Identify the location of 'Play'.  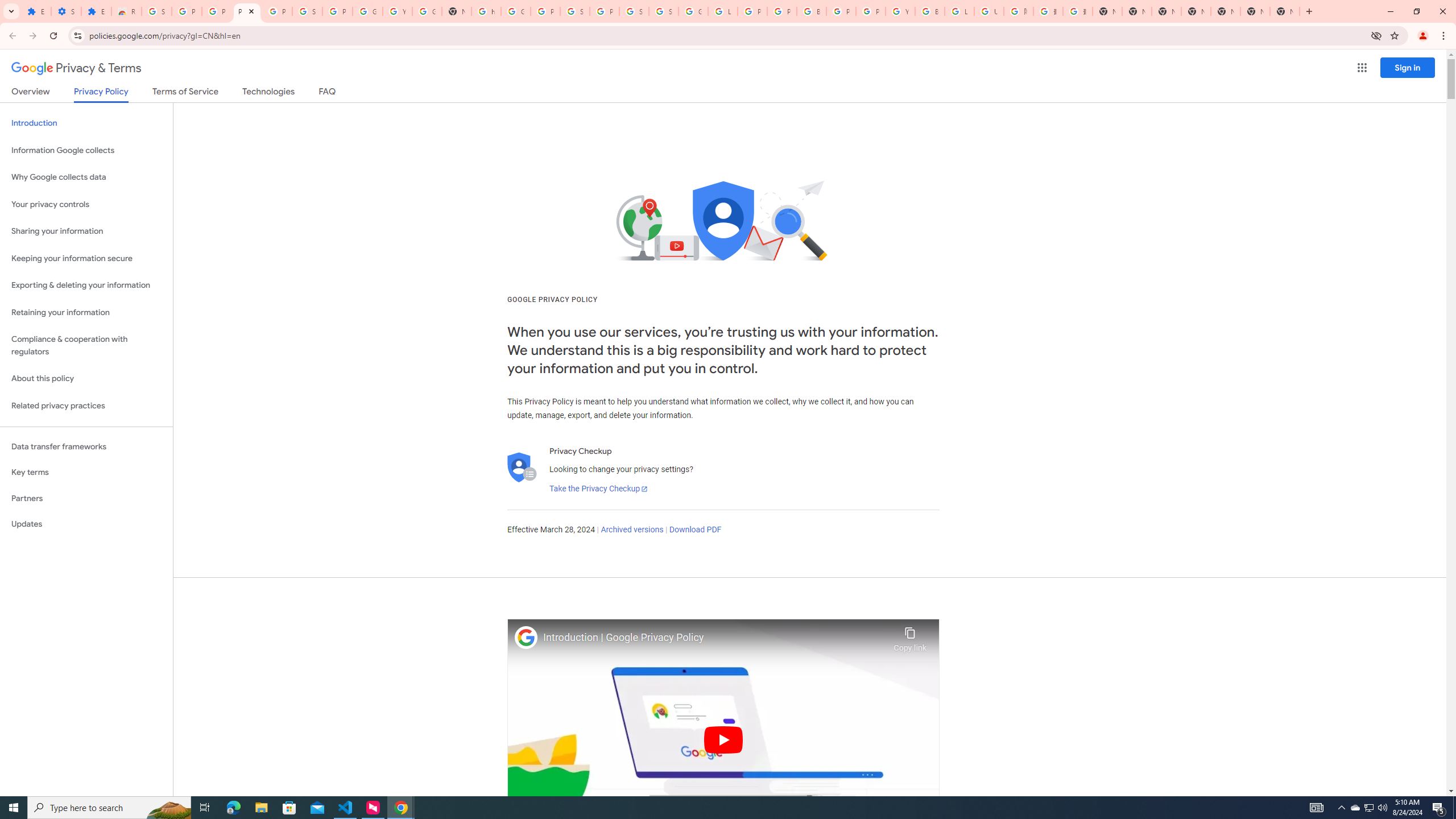
(723, 739).